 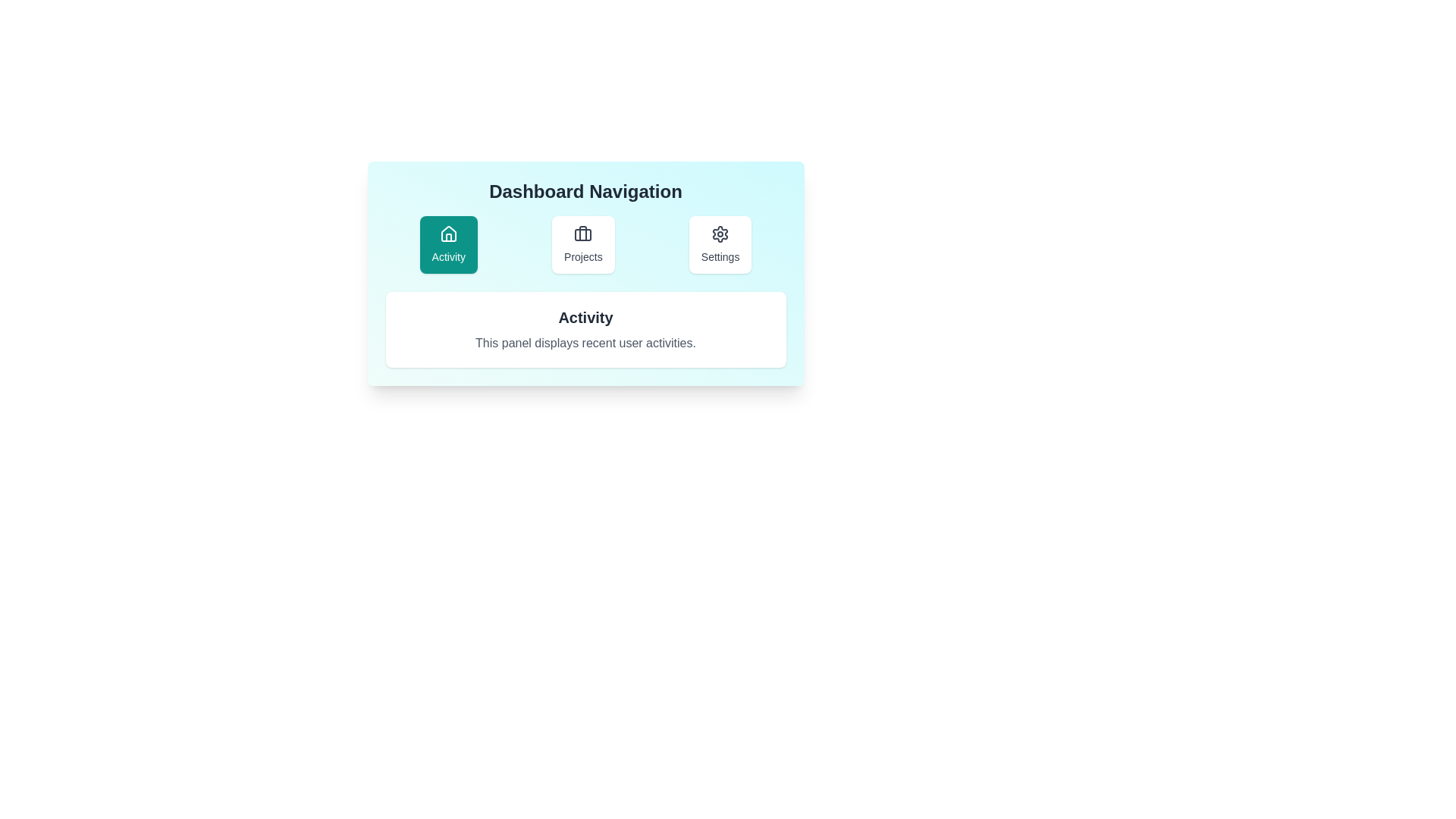 I want to click on the house-shaped icon within the 'Activity' button located at the top-left corner of the interface, so click(x=447, y=234).